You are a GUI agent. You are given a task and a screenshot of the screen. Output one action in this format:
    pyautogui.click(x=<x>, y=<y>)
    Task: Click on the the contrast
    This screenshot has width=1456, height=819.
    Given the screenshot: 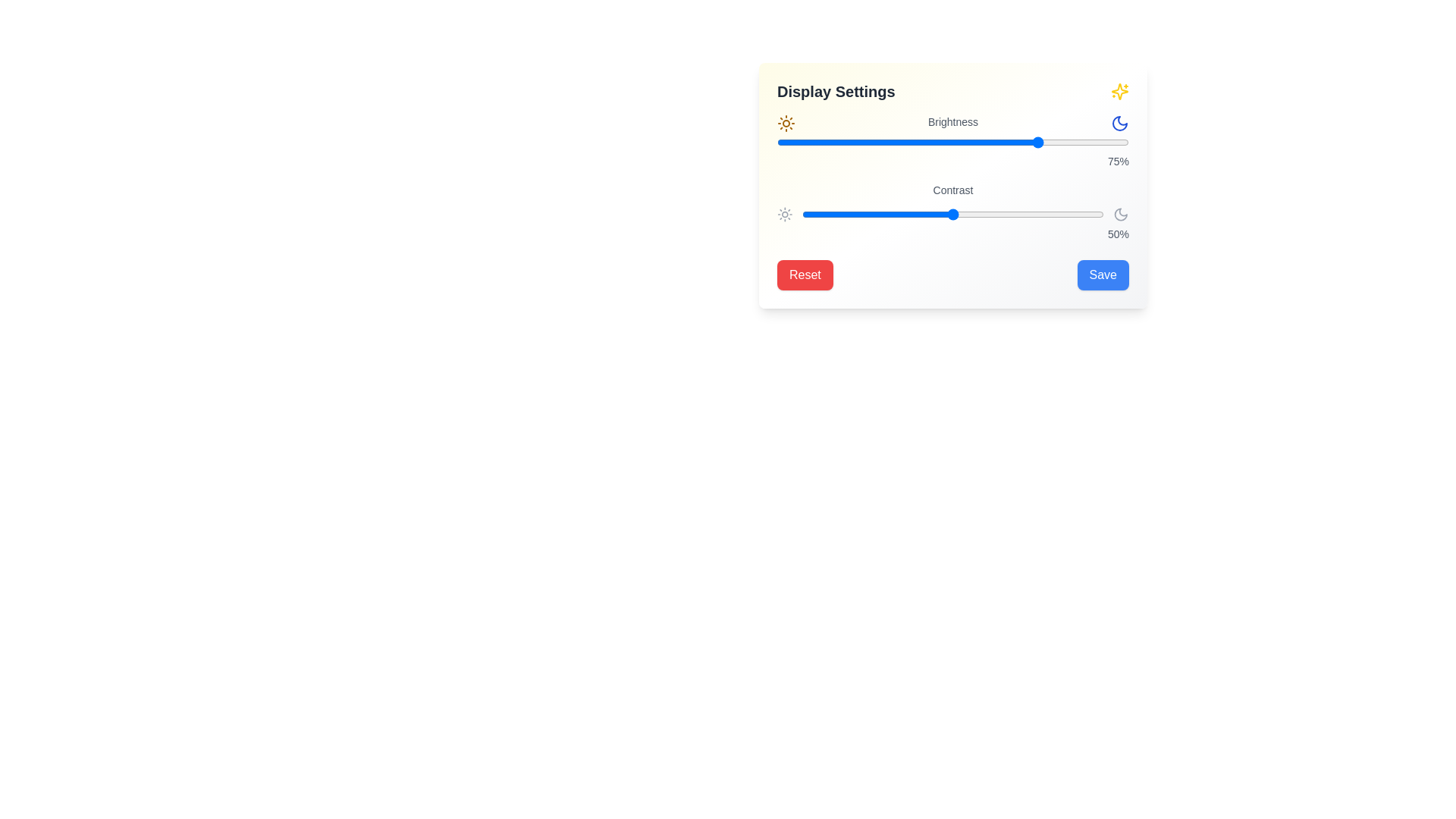 What is the action you would take?
    pyautogui.click(x=986, y=214)
    